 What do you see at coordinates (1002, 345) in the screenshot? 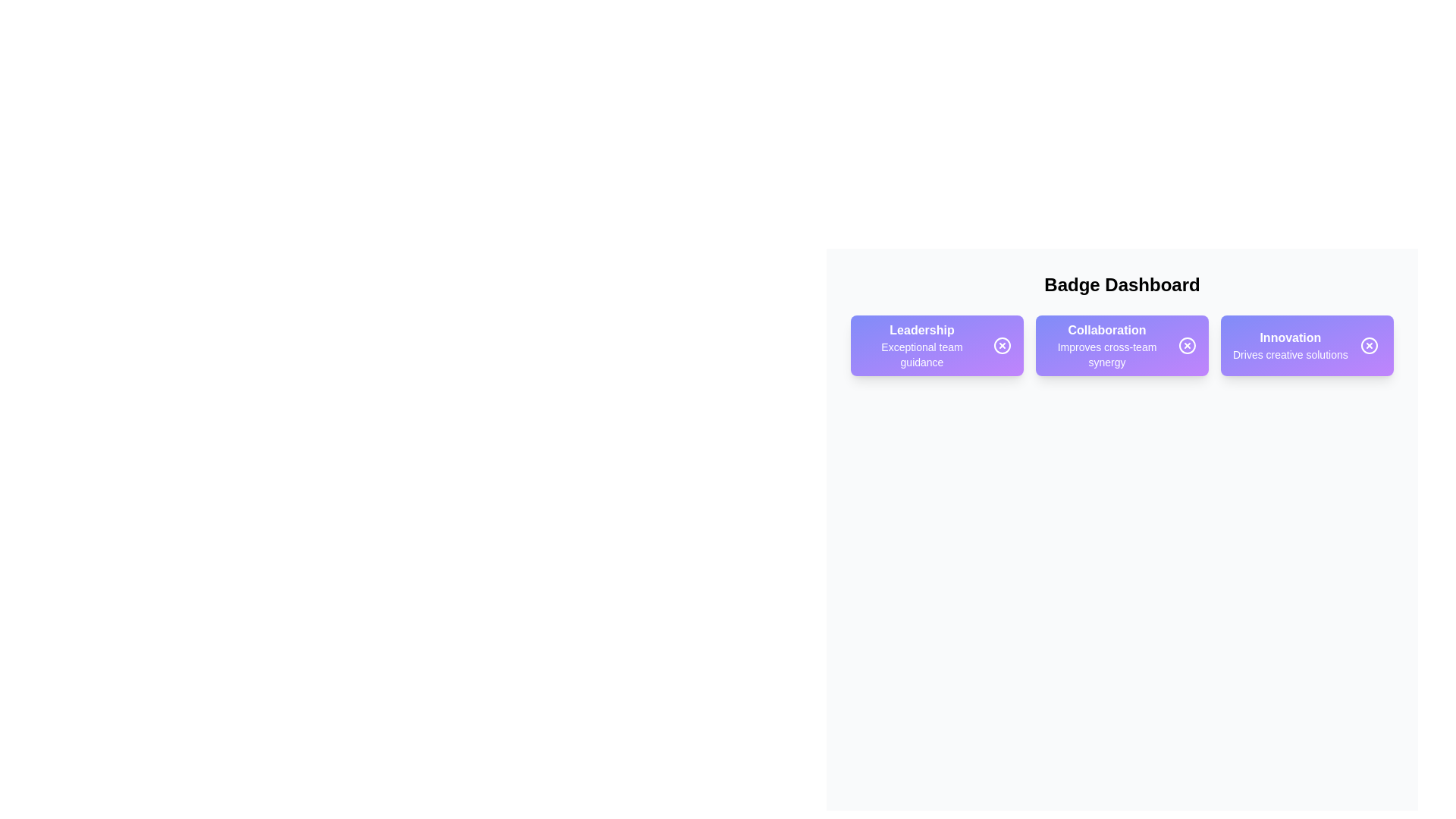
I see `remove button on the badge labeled Leadership to delete it` at bounding box center [1002, 345].